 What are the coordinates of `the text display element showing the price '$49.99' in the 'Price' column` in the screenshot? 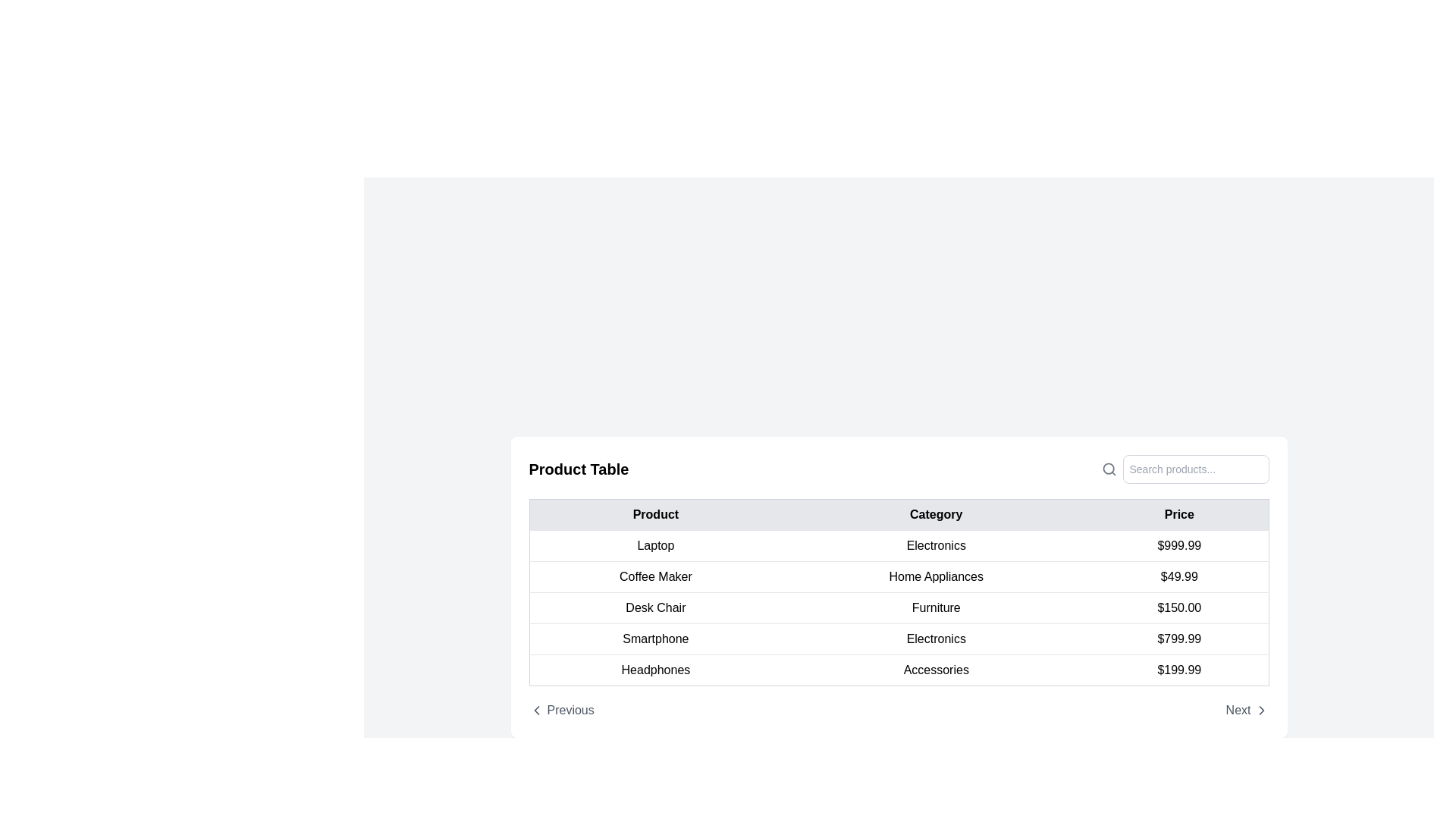 It's located at (1178, 576).